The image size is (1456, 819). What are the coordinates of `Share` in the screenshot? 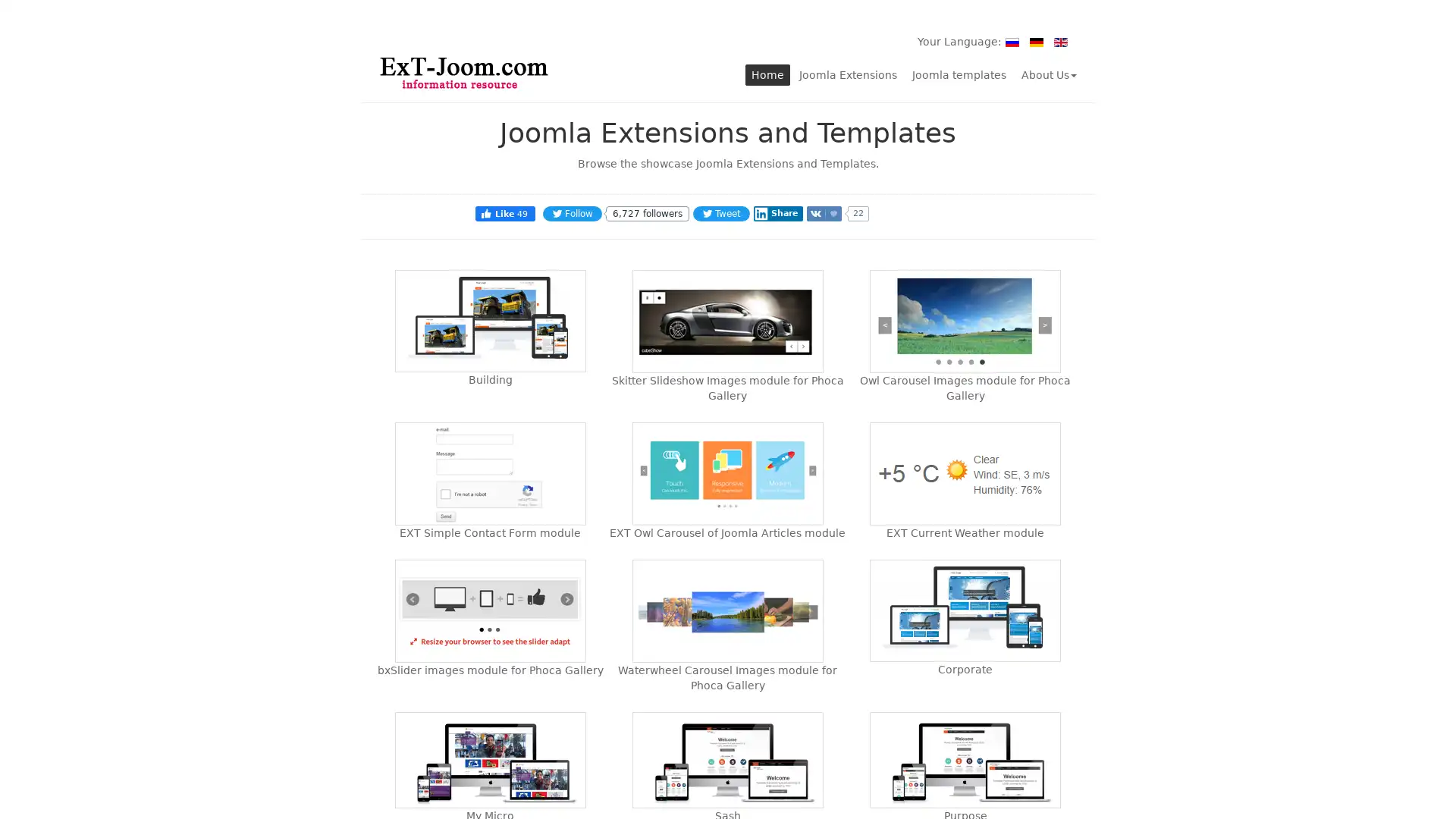 It's located at (778, 213).